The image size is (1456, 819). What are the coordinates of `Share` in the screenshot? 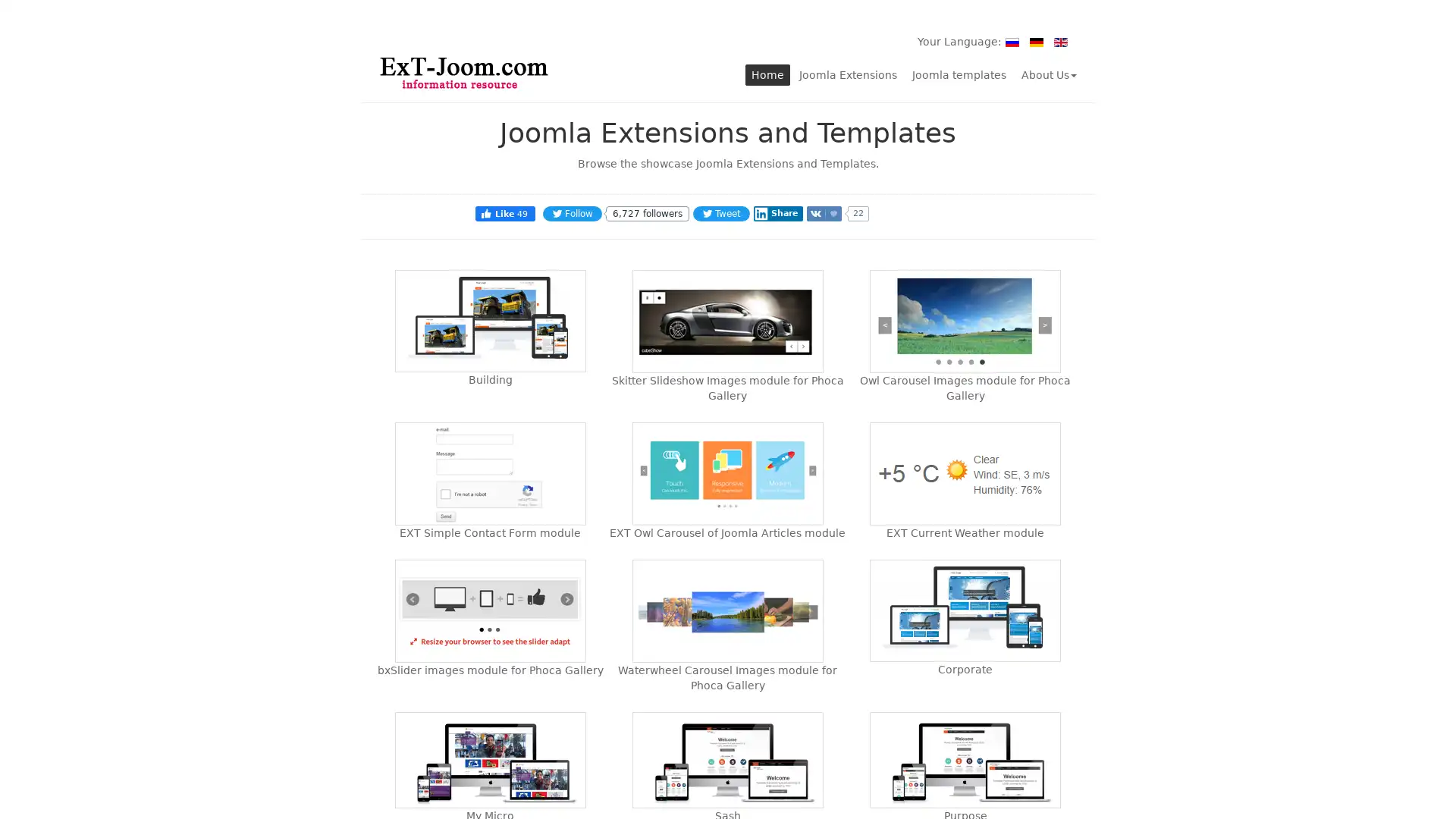 It's located at (778, 213).